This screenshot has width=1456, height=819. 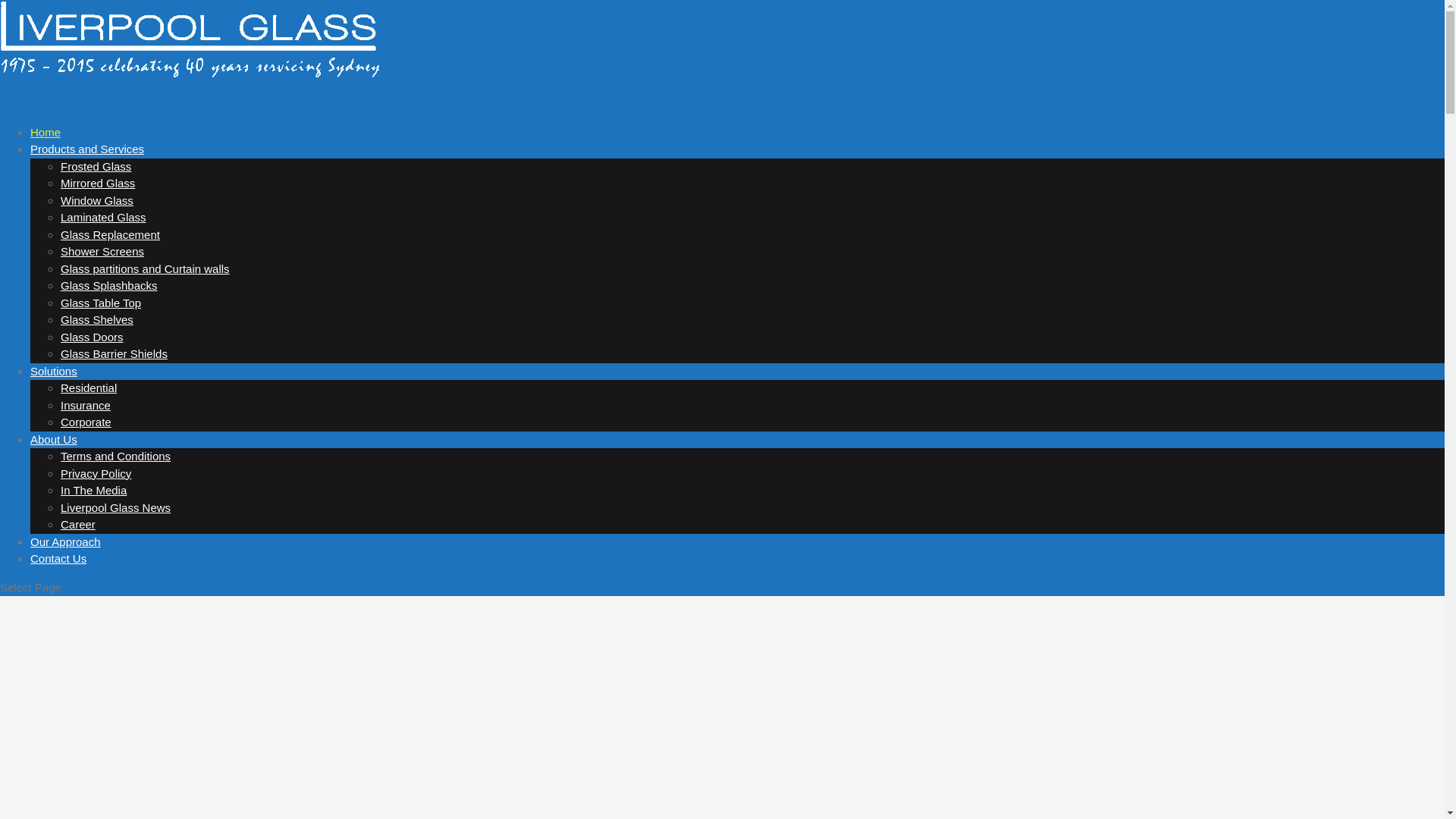 What do you see at coordinates (100, 302) in the screenshot?
I see `'Glass Table Top'` at bounding box center [100, 302].